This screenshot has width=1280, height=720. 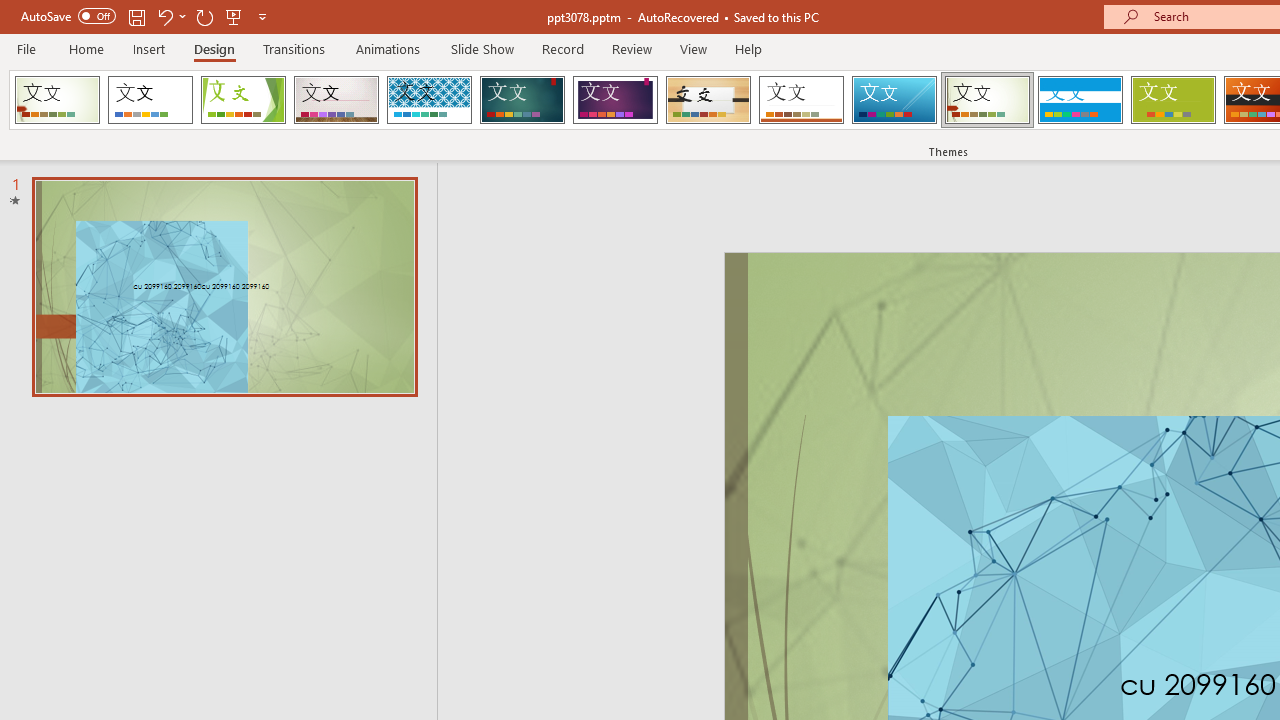 What do you see at coordinates (149, 100) in the screenshot?
I see `'Office Theme'` at bounding box center [149, 100].